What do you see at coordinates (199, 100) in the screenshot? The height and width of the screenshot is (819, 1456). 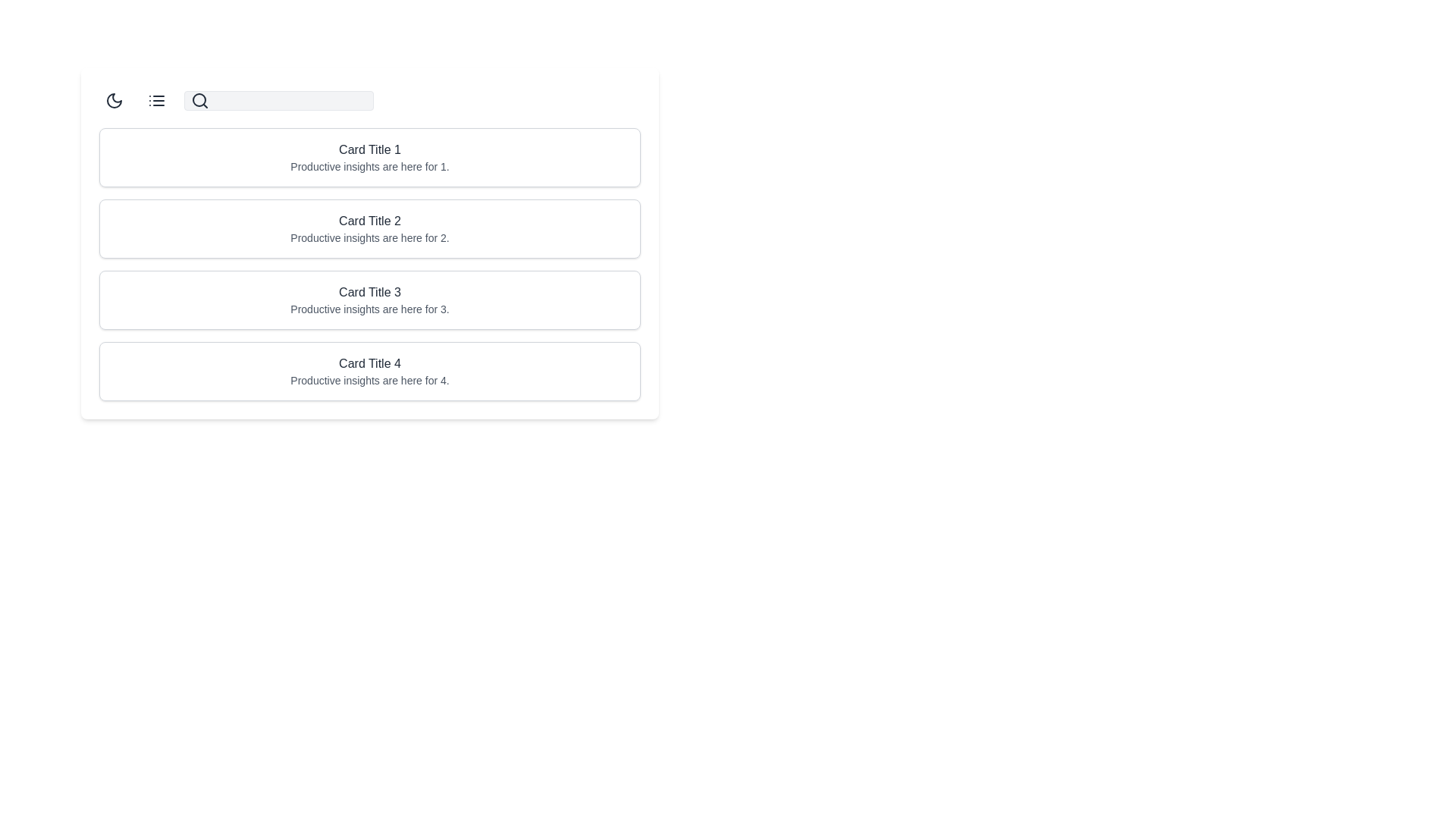 I see `the search icon located near the top-left corner of the interface` at bounding box center [199, 100].